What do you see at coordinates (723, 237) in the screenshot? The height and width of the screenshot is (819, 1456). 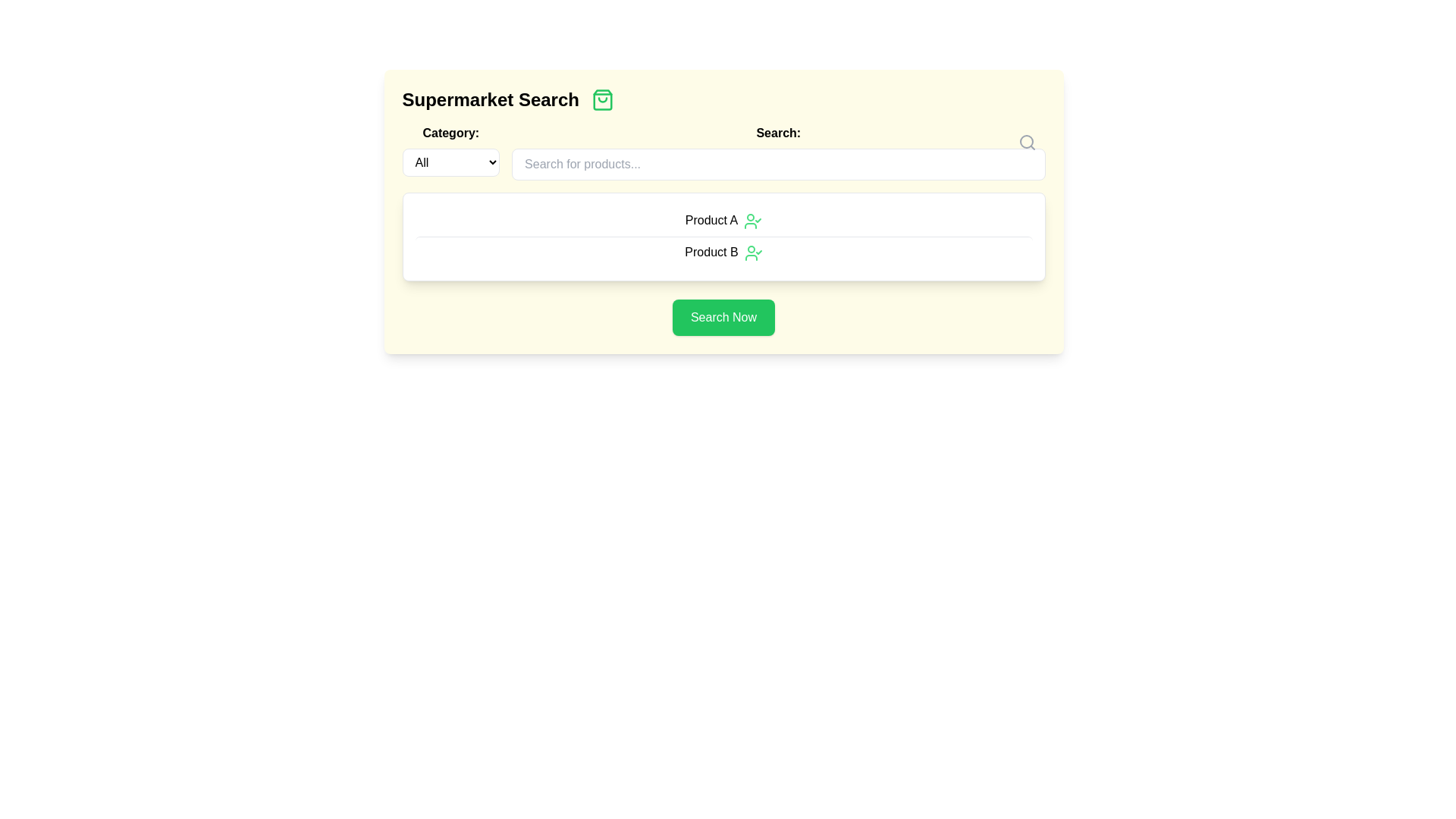 I see `on the product name in the centrally located List or Menu Section that displays 'Product A' and 'Product B' for possible actions` at bounding box center [723, 237].